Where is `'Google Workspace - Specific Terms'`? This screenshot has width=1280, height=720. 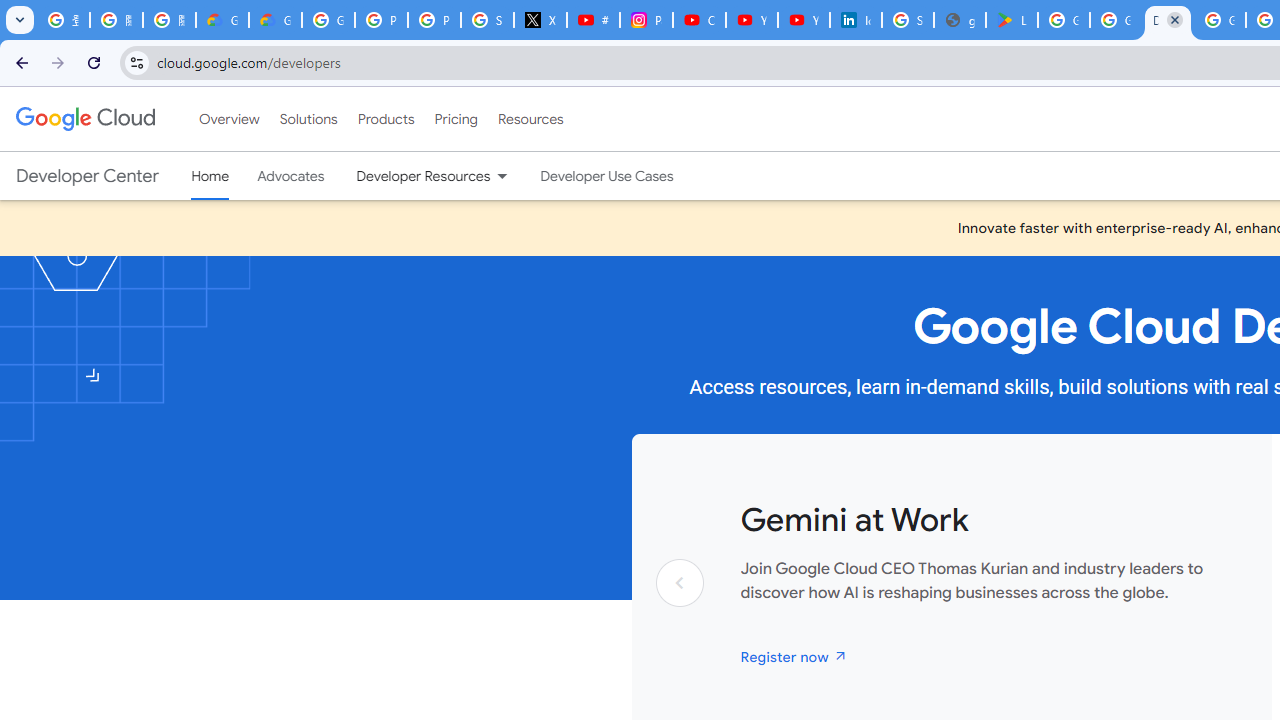 'Google Workspace - Specific Terms' is located at coordinates (1115, 20).